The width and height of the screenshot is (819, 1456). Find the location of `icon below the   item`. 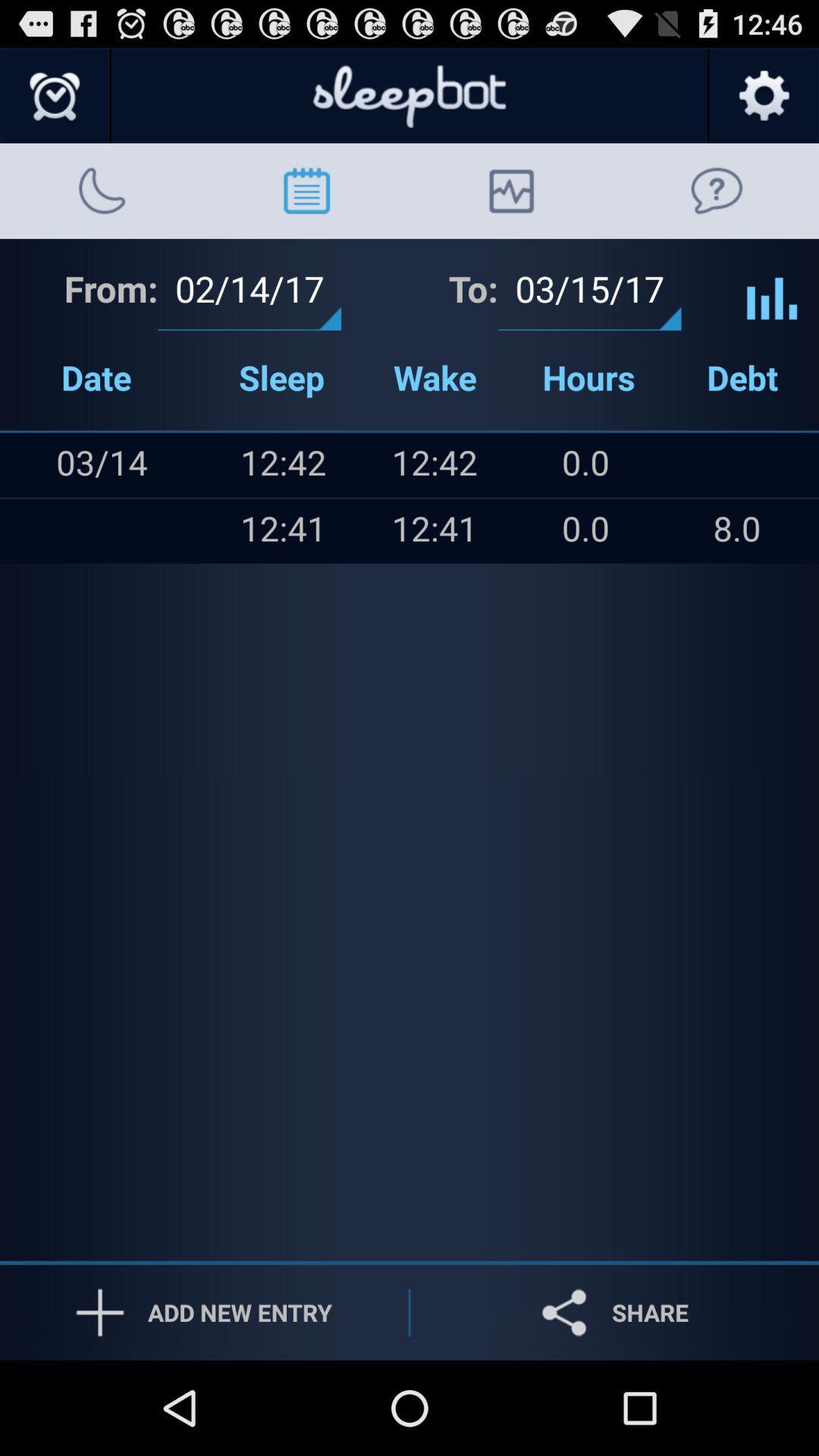

icon below the   item is located at coordinates (31, 531).